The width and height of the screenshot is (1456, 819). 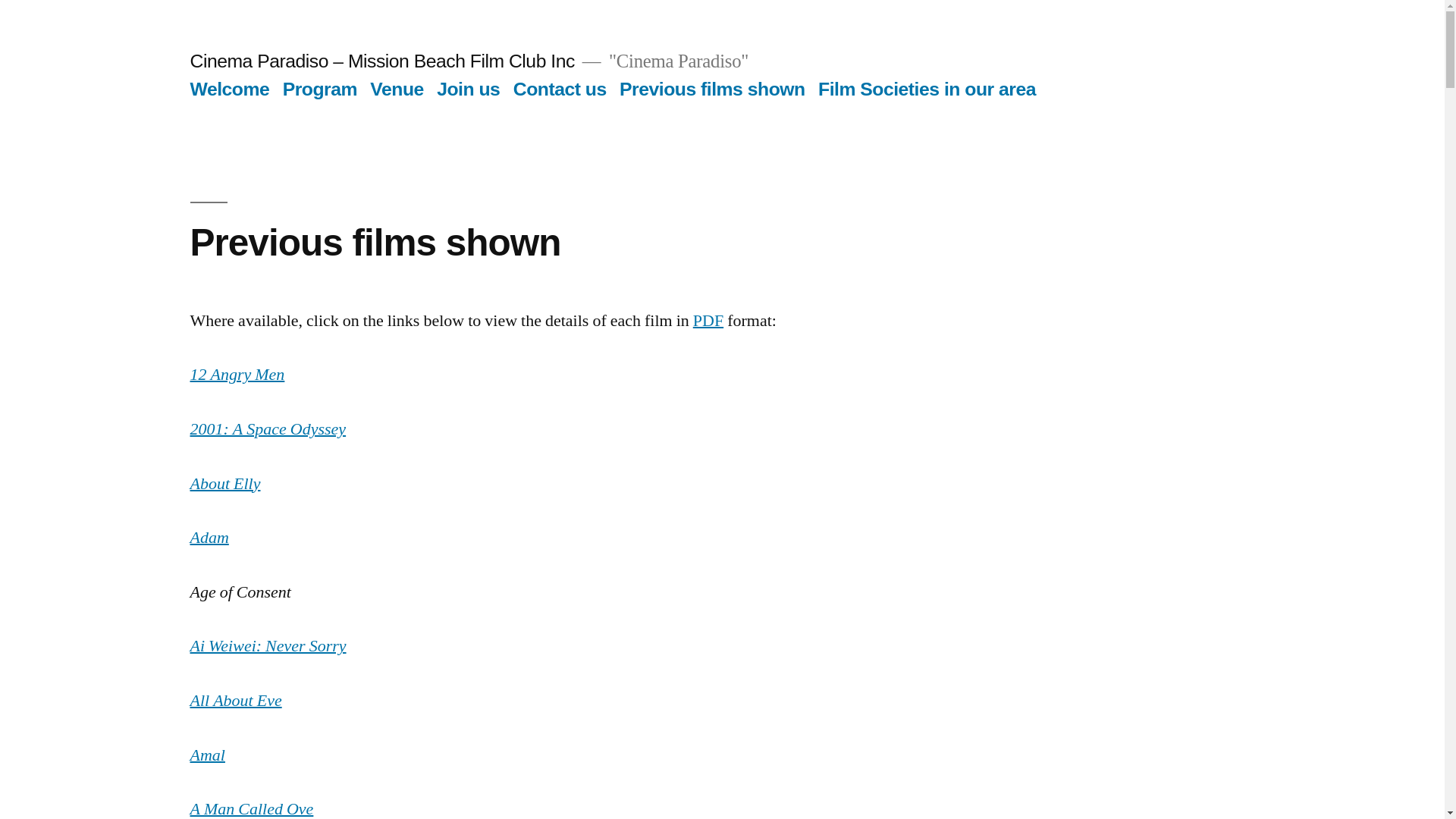 I want to click on 'All About Eve', so click(x=234, y=701).